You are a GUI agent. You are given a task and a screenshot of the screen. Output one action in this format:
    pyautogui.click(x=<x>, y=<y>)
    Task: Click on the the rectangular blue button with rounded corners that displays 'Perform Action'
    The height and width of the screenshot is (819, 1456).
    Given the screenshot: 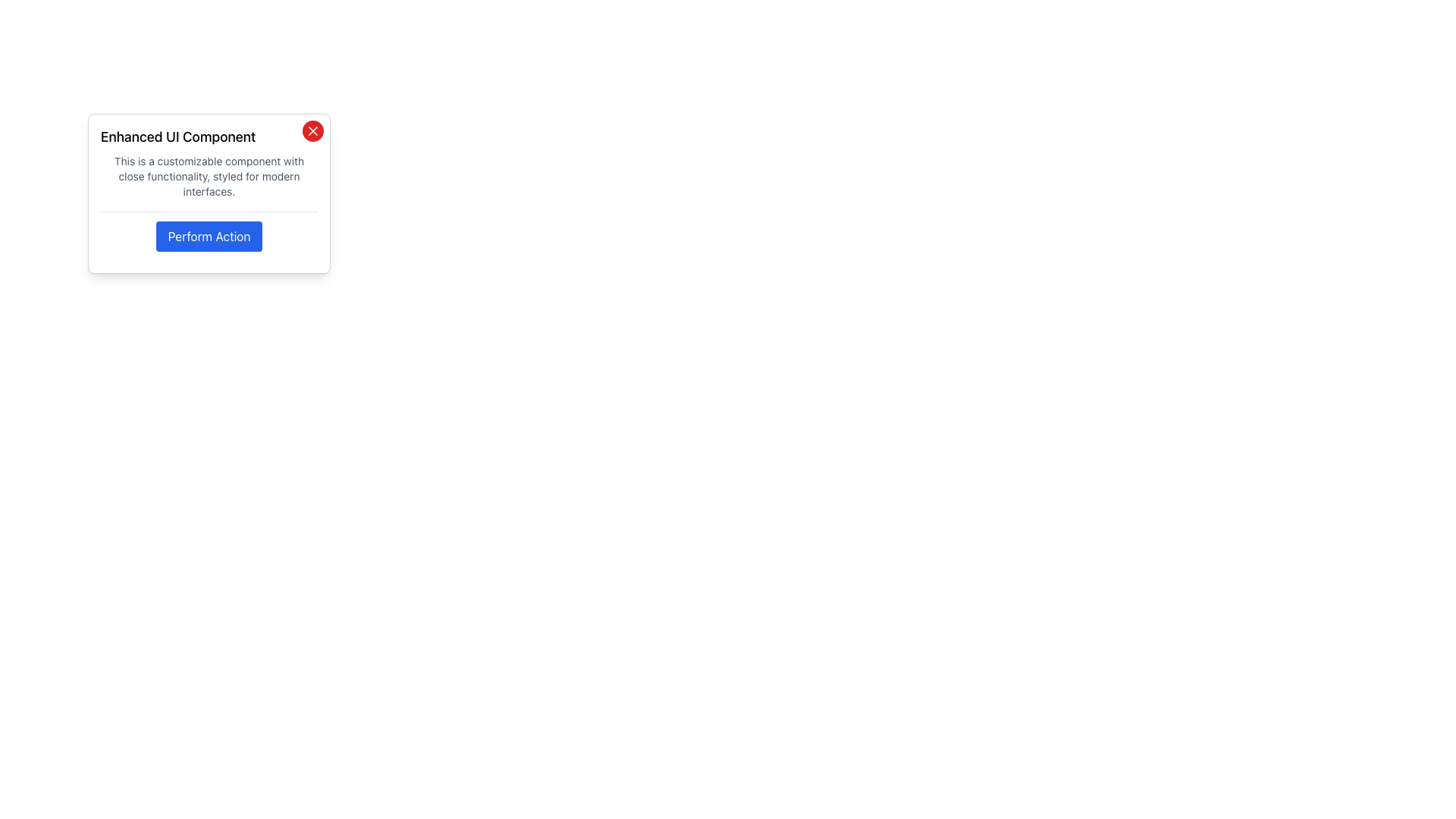 What is the action you would take?
    pyautogui.click(x=208, y=236)
    